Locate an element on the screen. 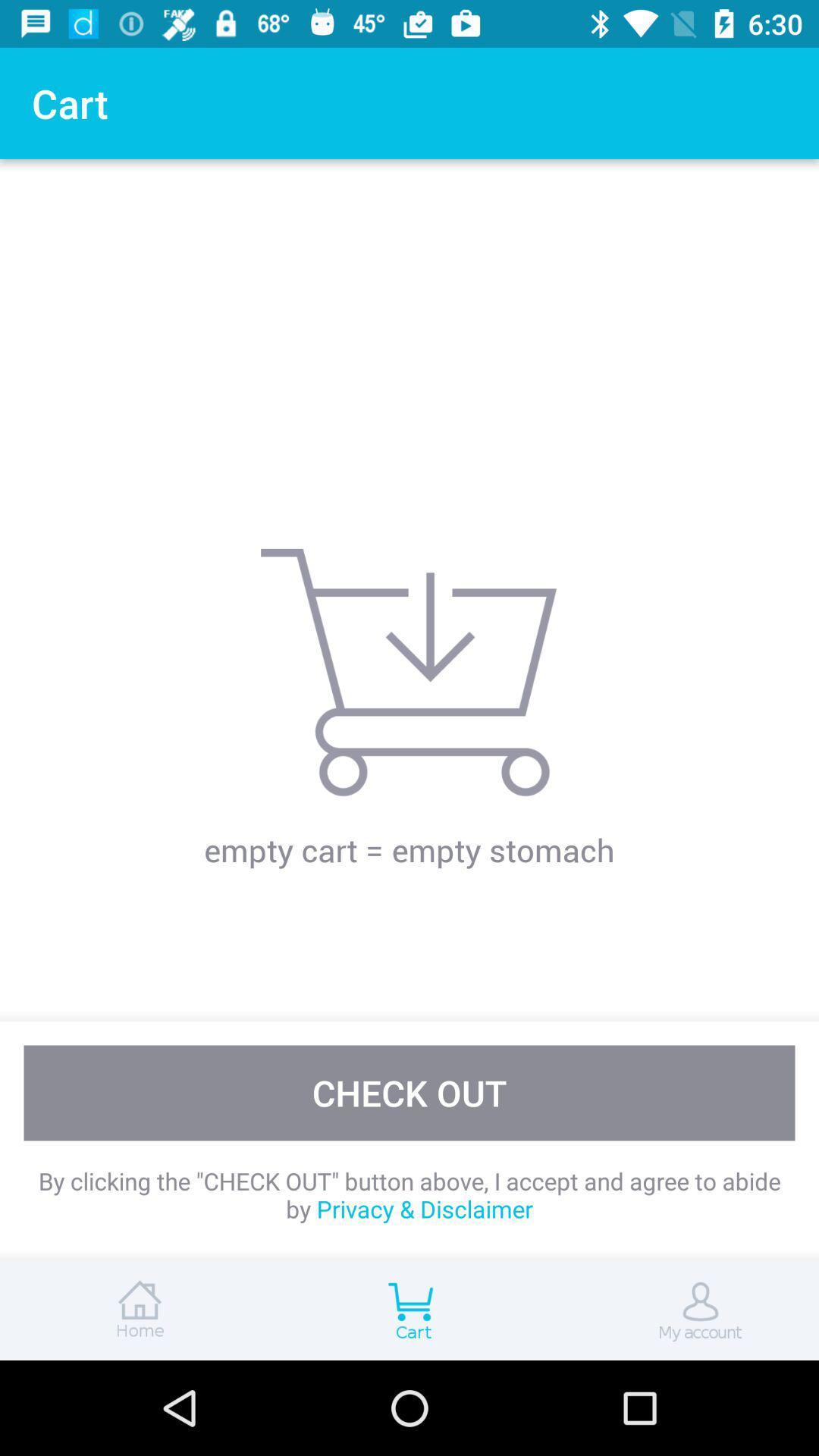 The width and height of the screenshot is (819, 1456). account option is located at coordinates (681, 1310).